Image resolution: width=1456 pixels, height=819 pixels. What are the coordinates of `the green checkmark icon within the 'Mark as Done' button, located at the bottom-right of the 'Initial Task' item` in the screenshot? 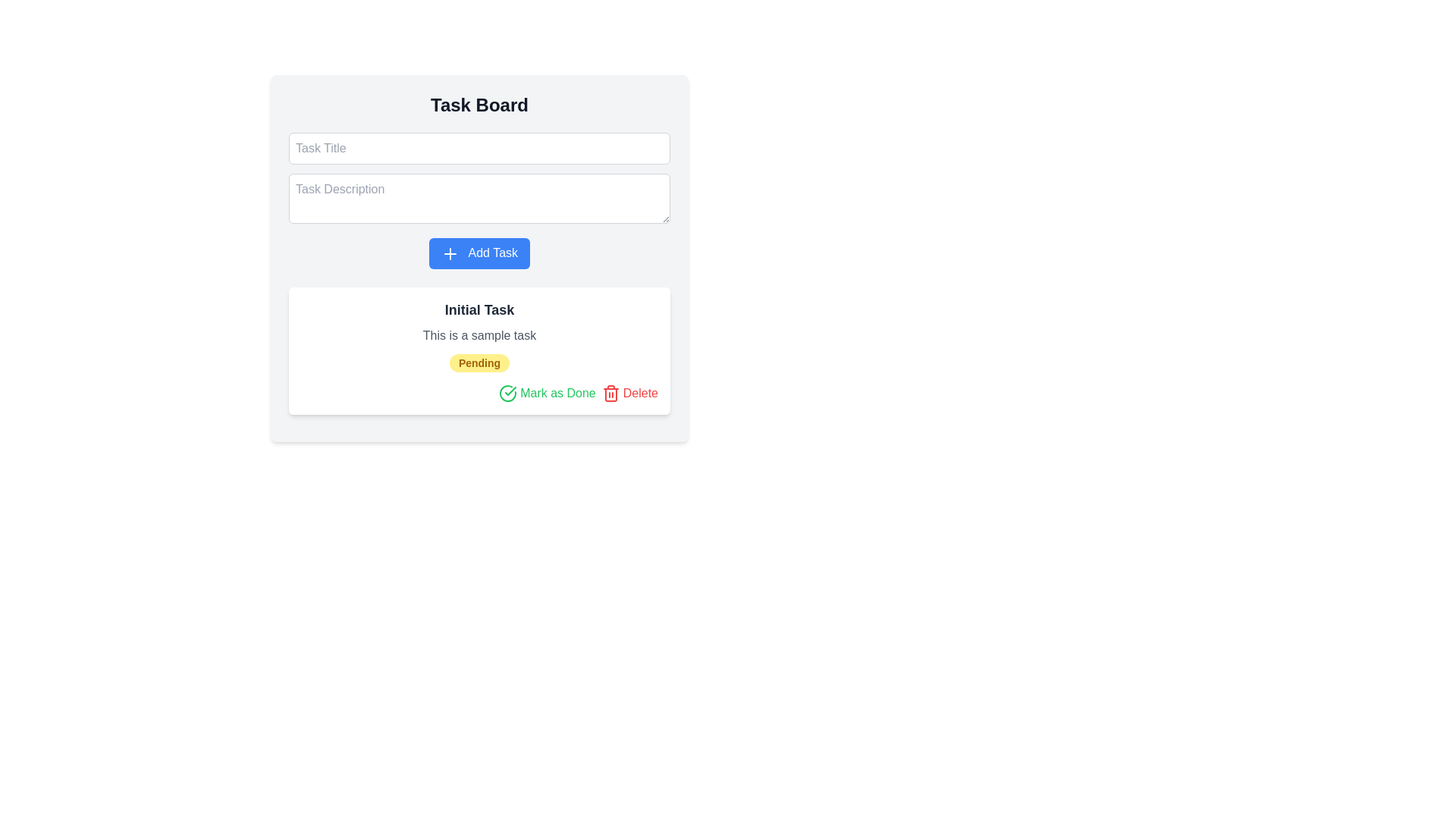 It's located at (510, 390).